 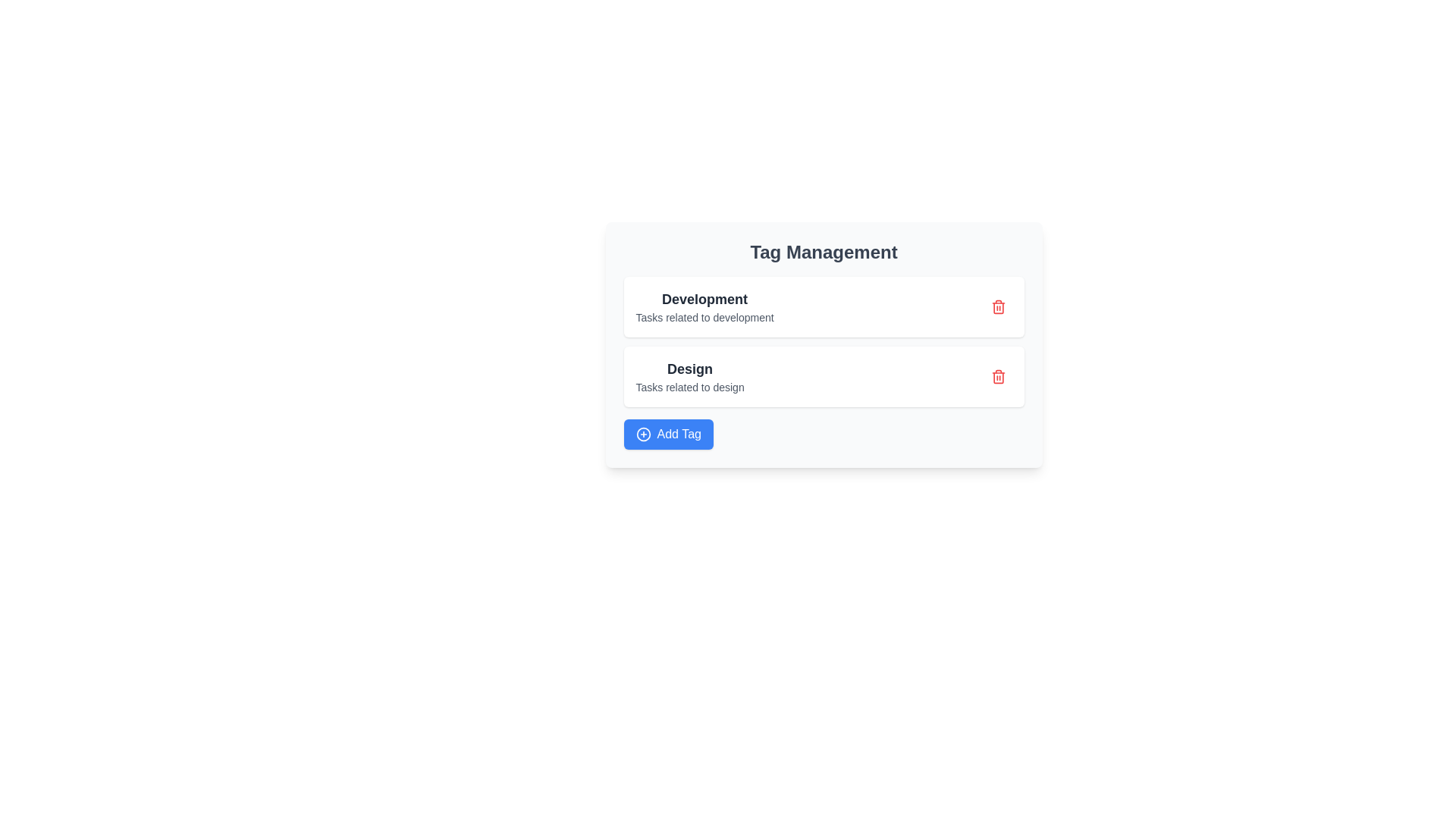 I want to click on the trash icon button styled in red, representing a delete action, located to the far right of the 'Design' section in the Tag Management list, so click(x=998, y=376).